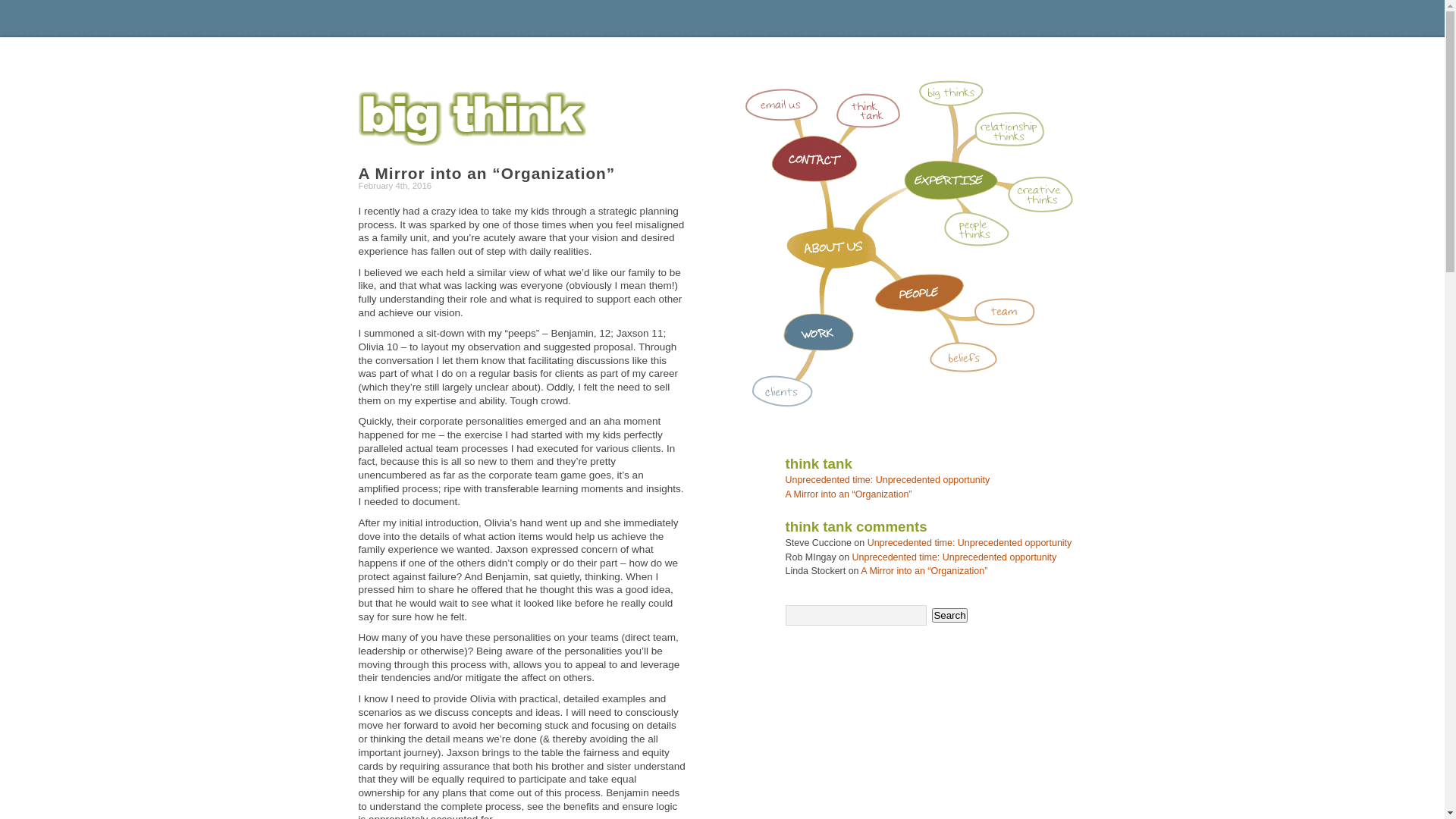 The width and height of the screenshot is (1456, 819). What do you see at coordinates (852, 557) in the screenshot?
I see `'Unprecedented time: Unprecedented opportunity'` at bounding box center [852, 557].